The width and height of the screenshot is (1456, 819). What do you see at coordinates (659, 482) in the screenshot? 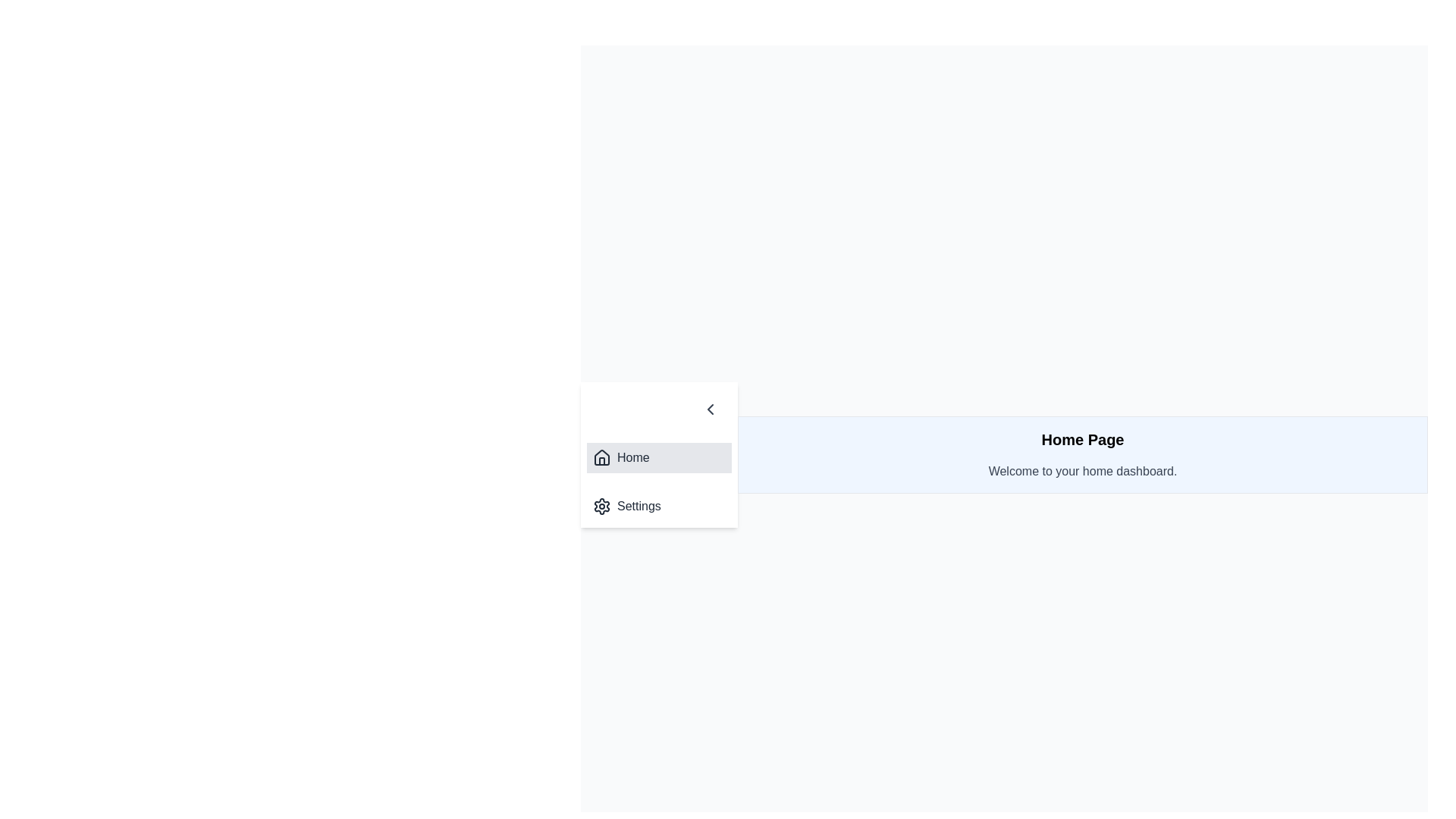
I see `the 'Navigation menu' located on the left sidebar` at bounding box center [659, 482].